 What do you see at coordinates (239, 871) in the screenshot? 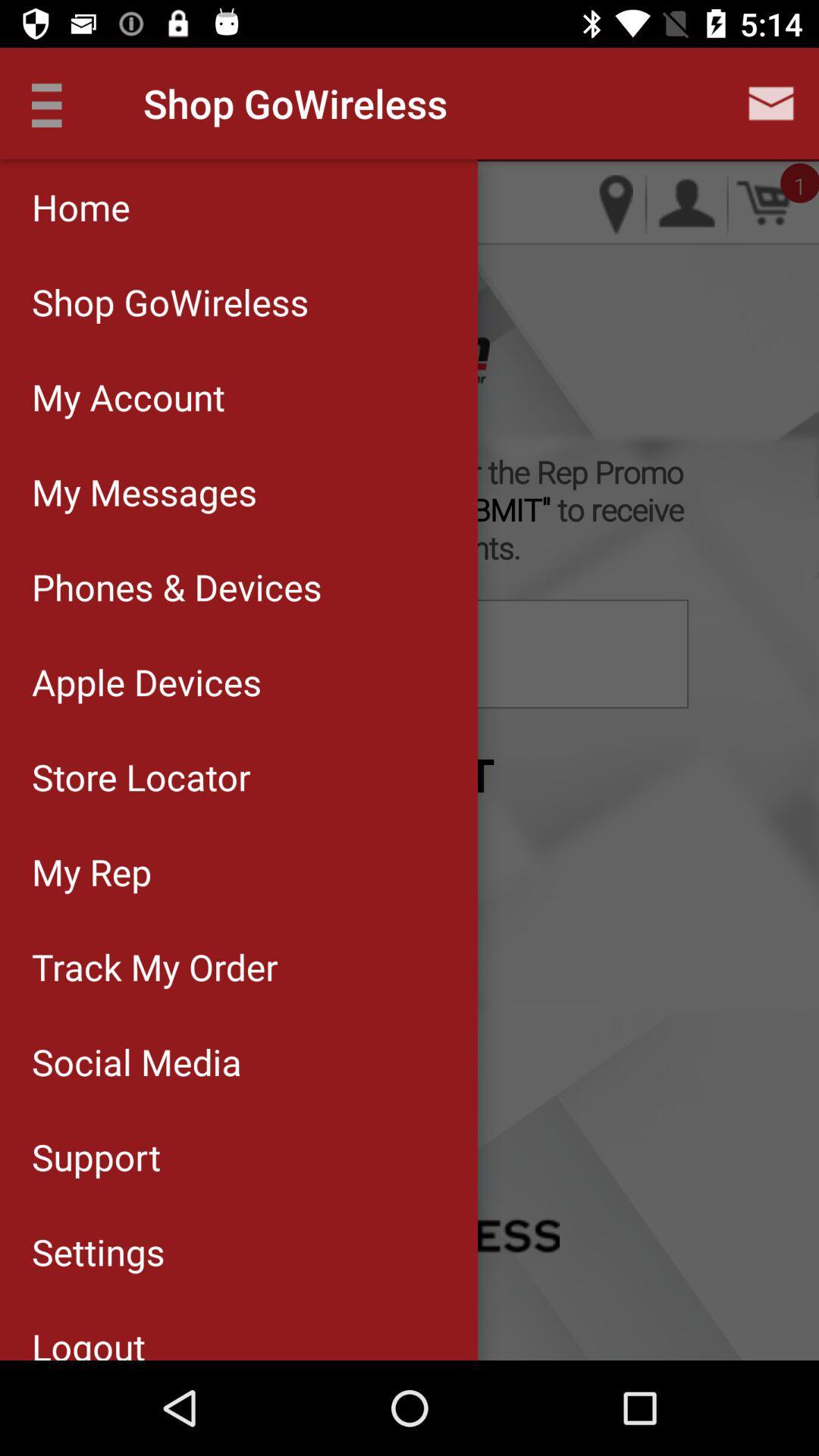
I see `my rep icon` at bounding box center [239, 871].